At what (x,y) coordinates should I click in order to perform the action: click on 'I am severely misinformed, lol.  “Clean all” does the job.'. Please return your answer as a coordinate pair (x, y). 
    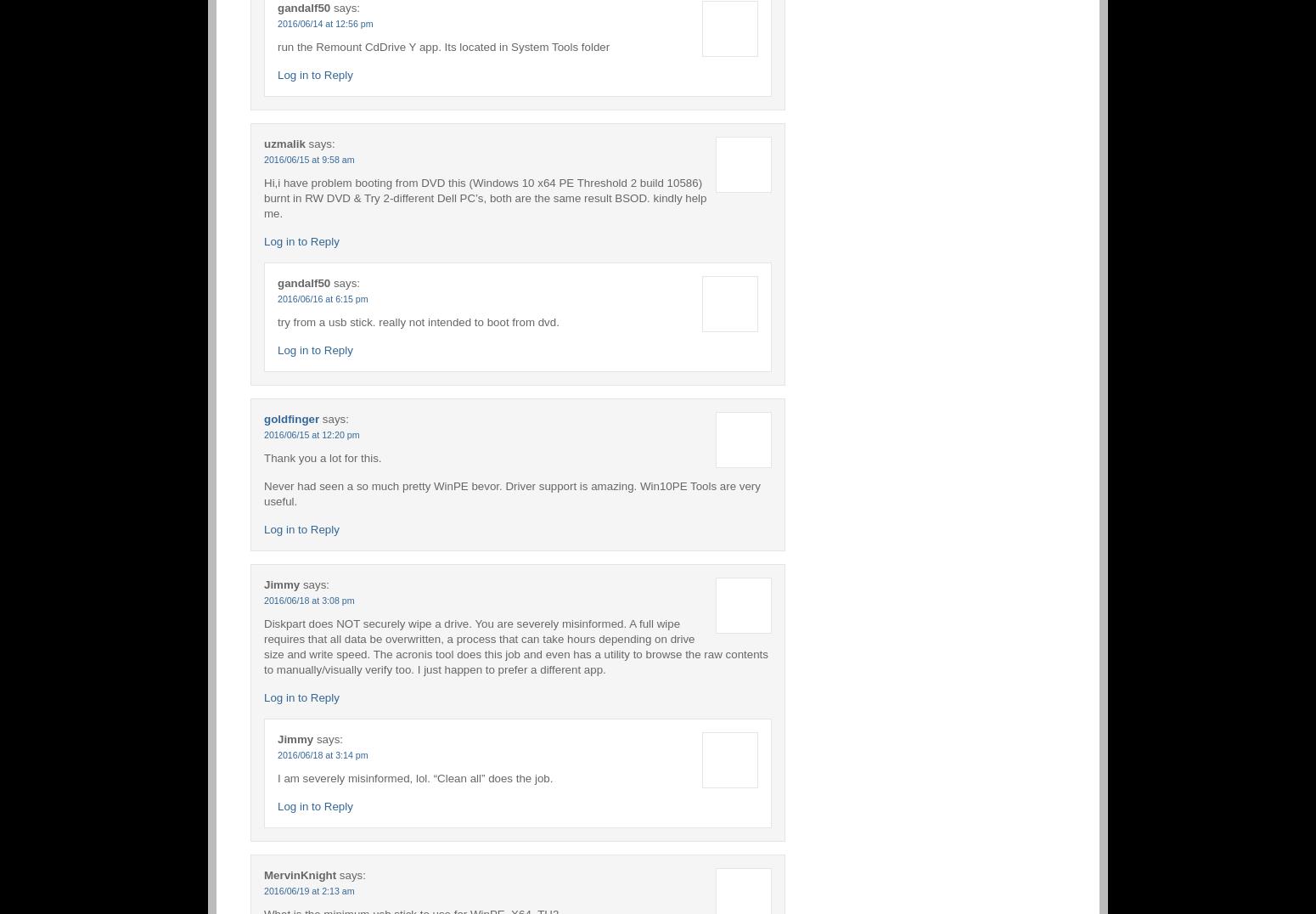
    Looking at the image, I should click on (414, 776).